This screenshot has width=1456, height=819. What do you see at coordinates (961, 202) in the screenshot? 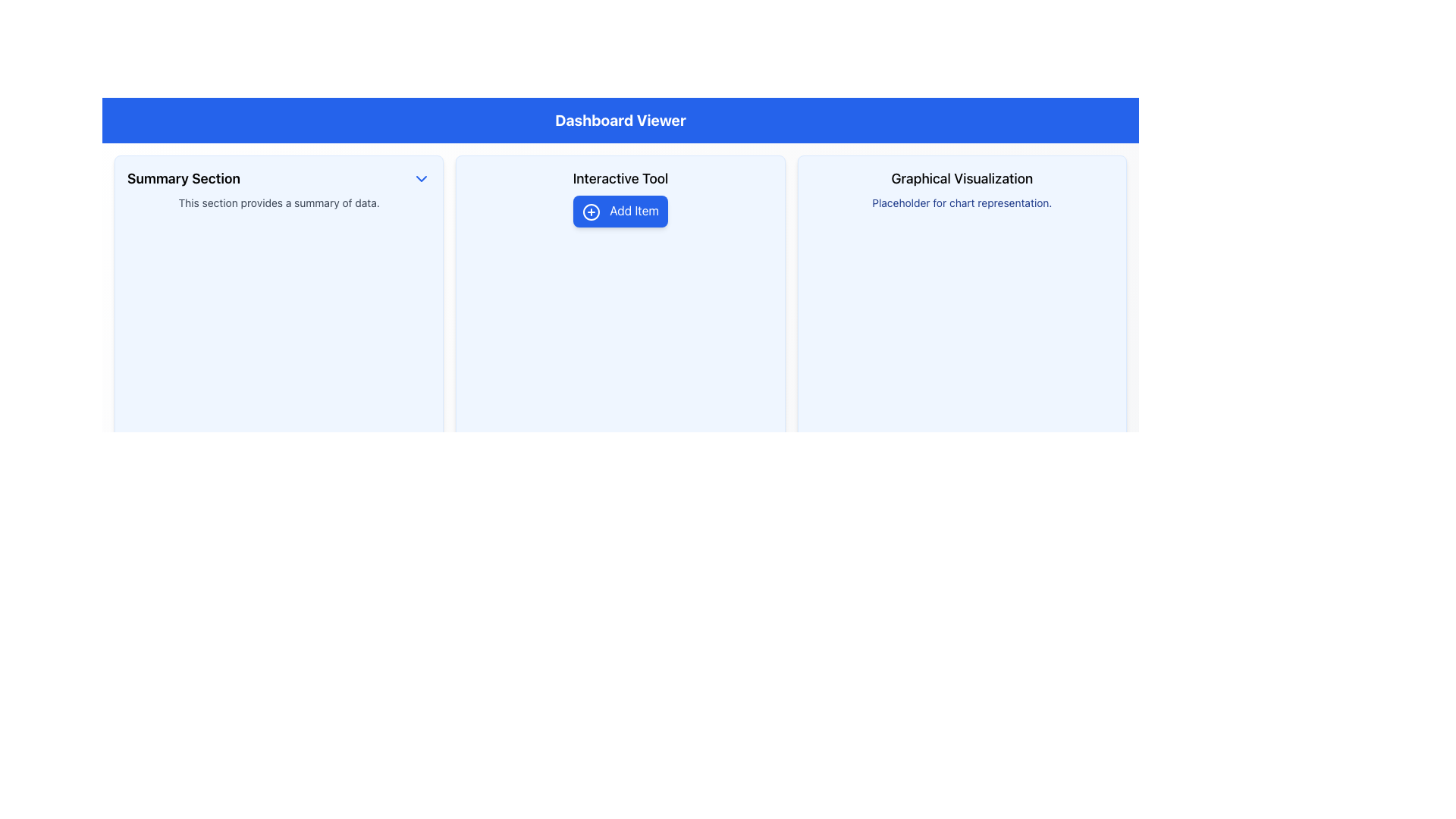
I see `text from the Text Label located below the header 'Graphical Visualization' in the card-style segment on the right side of the main layout` at bounding box center [961, 202].